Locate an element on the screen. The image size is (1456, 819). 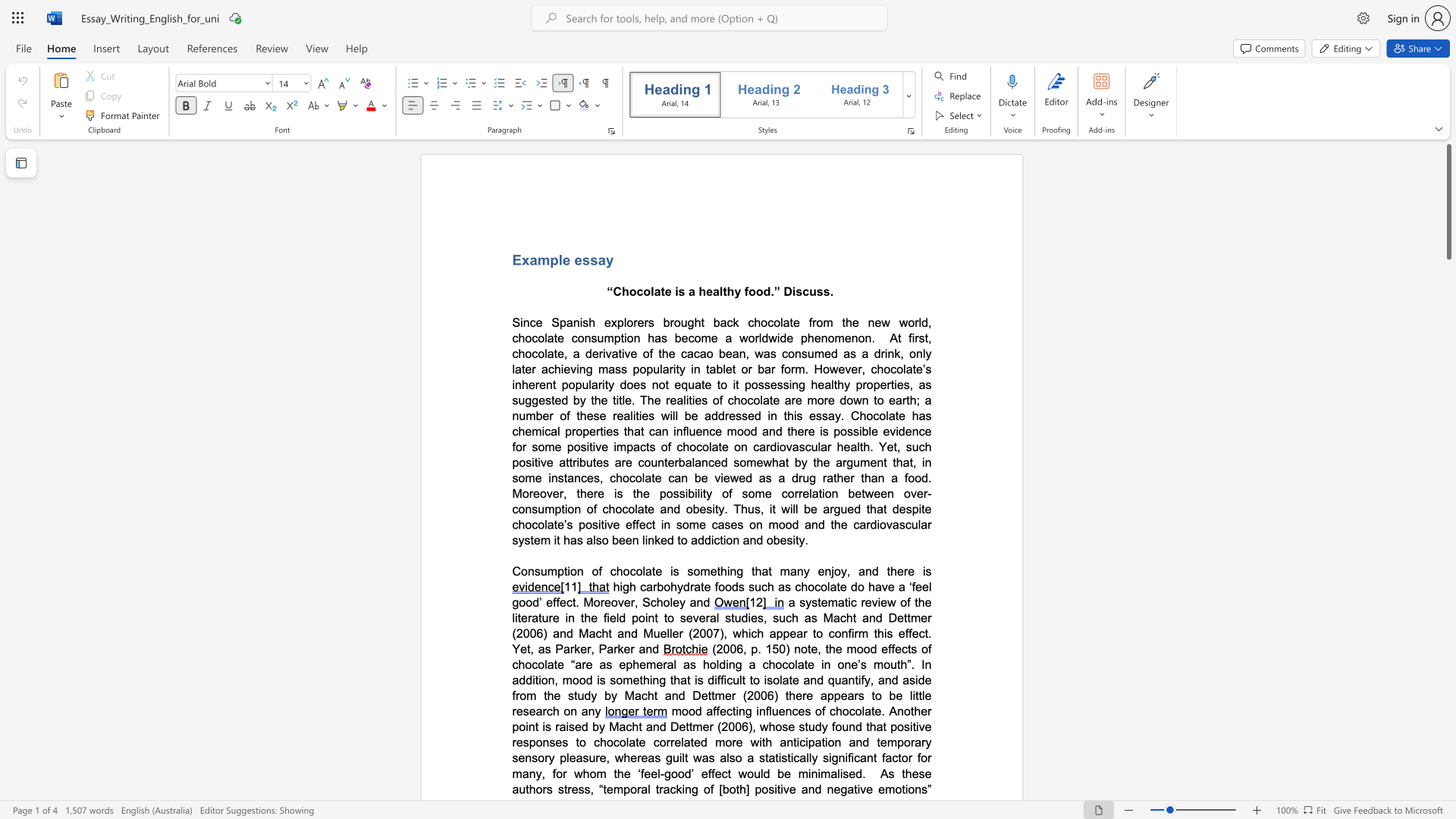
the scrollbar to move the page downward is located at coordinates (1448, 553).